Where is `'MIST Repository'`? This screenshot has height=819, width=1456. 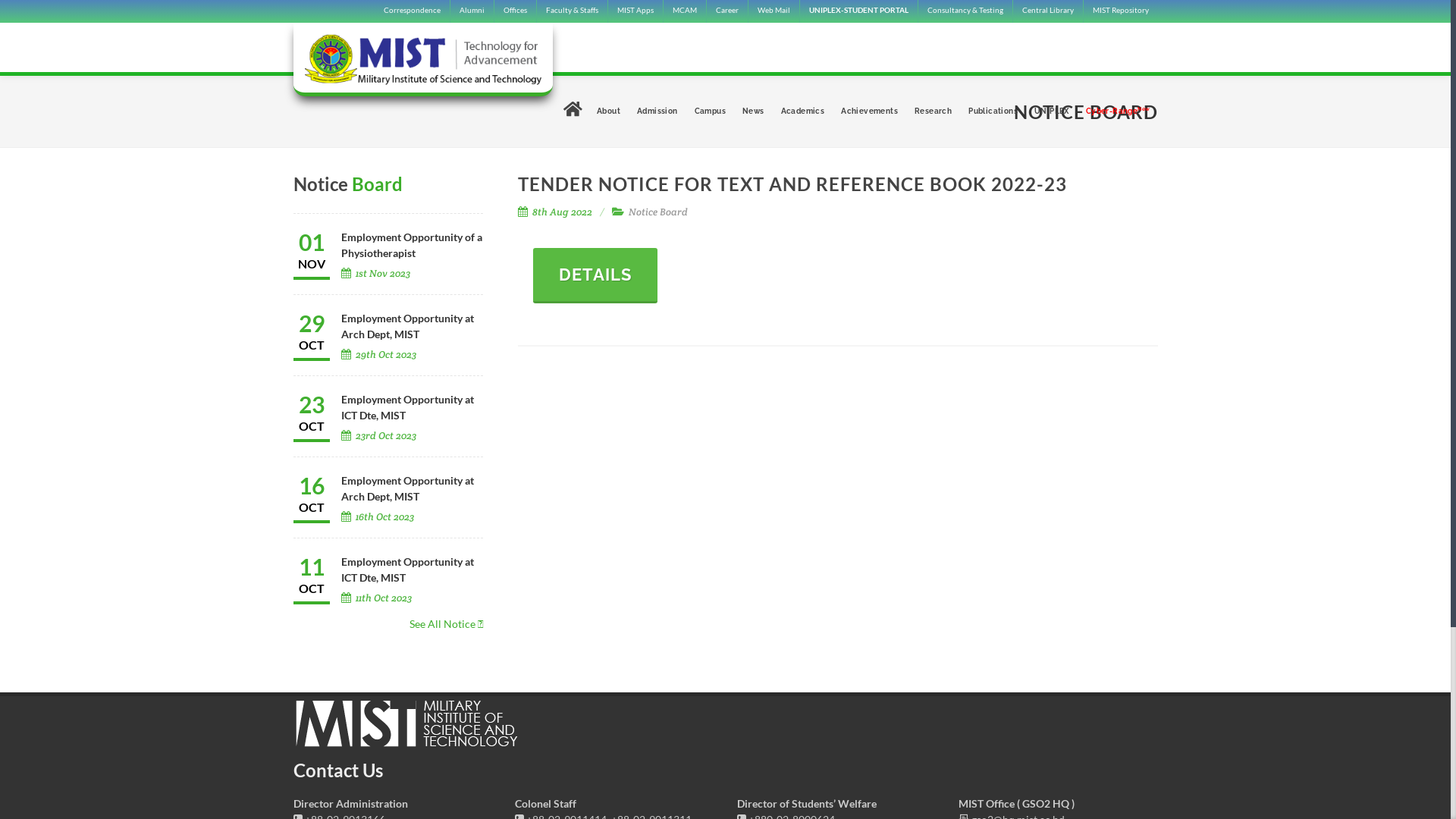 'MIST Repository' is located at coordinates (1120, 11).